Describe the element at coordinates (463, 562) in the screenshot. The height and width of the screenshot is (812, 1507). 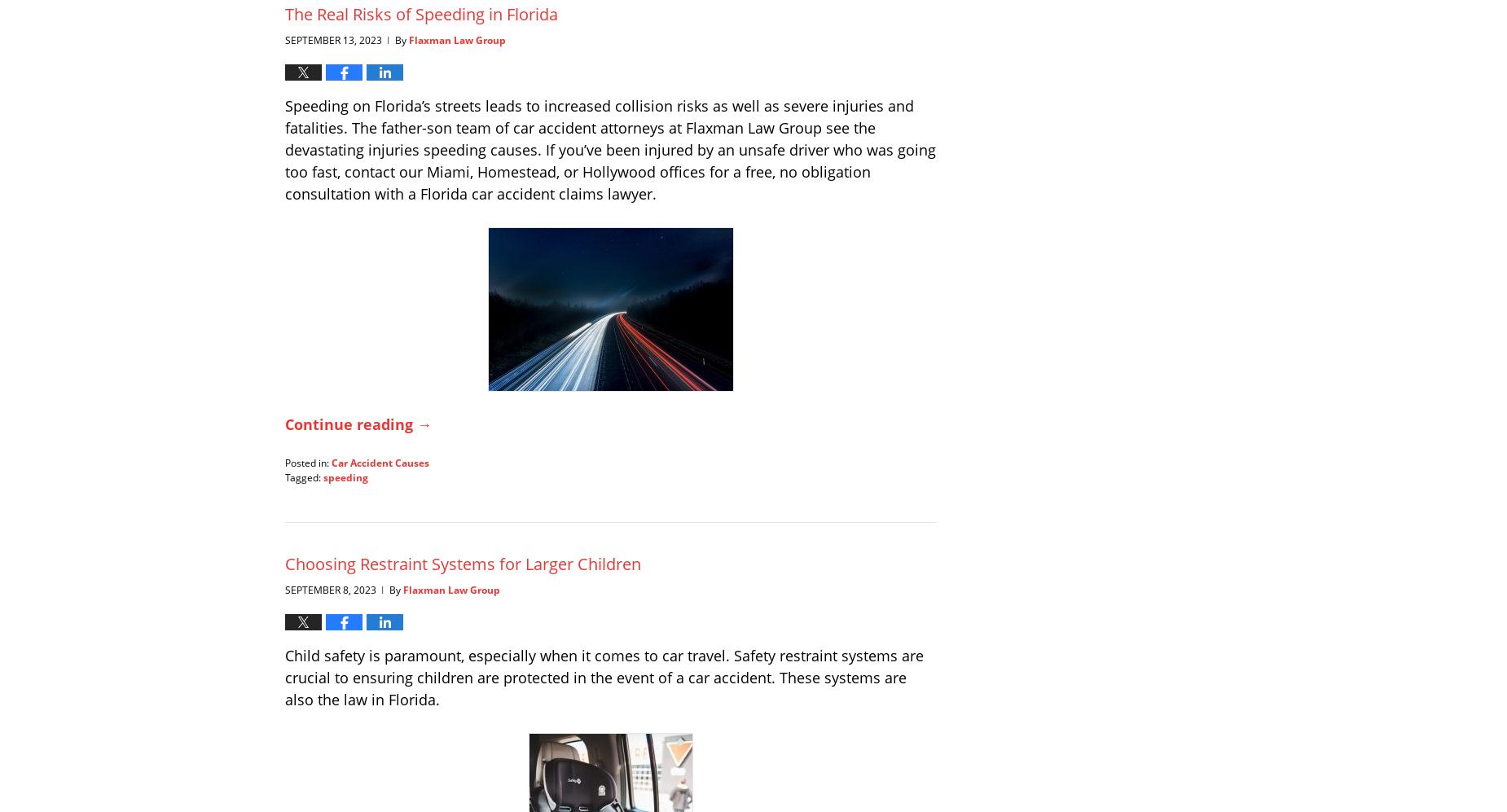
I see `'Choosing Restraint Systems for Larger Children'` at that location.